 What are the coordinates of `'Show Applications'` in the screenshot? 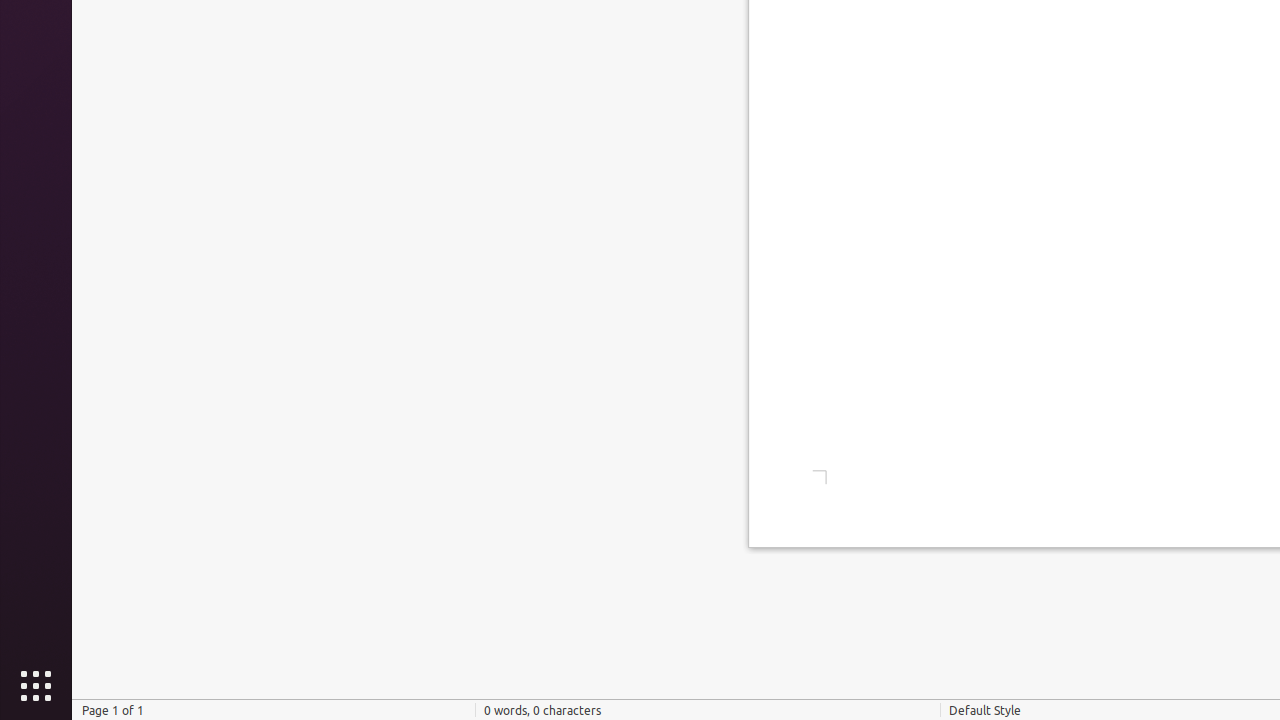 It's located at (35, 685).